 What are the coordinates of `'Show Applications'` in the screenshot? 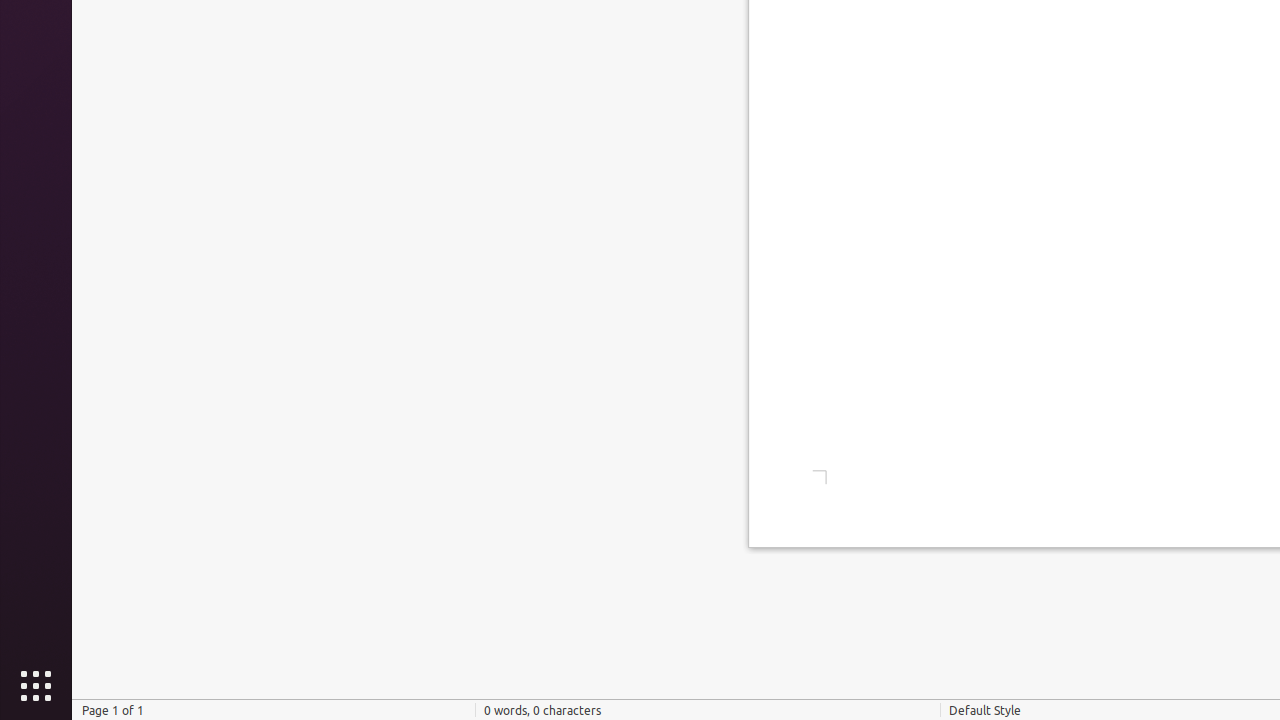 It's located at (35, 685).